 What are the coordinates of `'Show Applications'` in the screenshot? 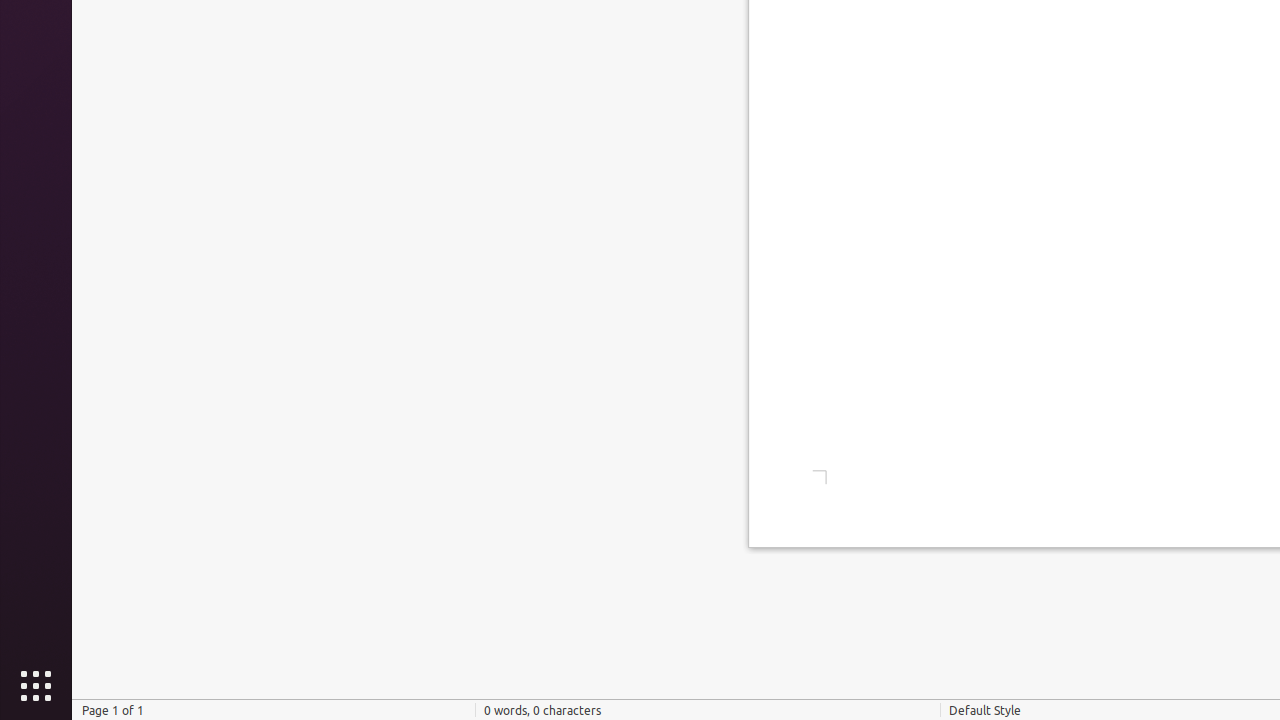 It's located at (35, 685).